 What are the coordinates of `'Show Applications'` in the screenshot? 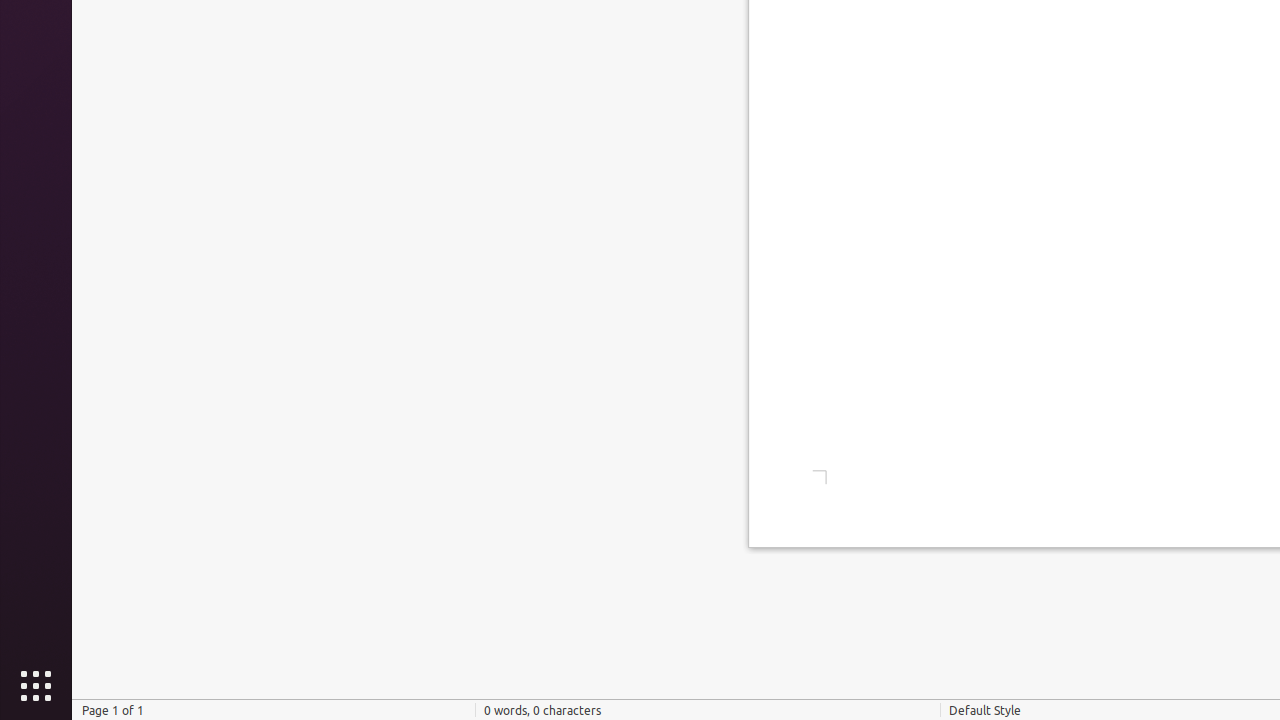 It's located at (35, 685).